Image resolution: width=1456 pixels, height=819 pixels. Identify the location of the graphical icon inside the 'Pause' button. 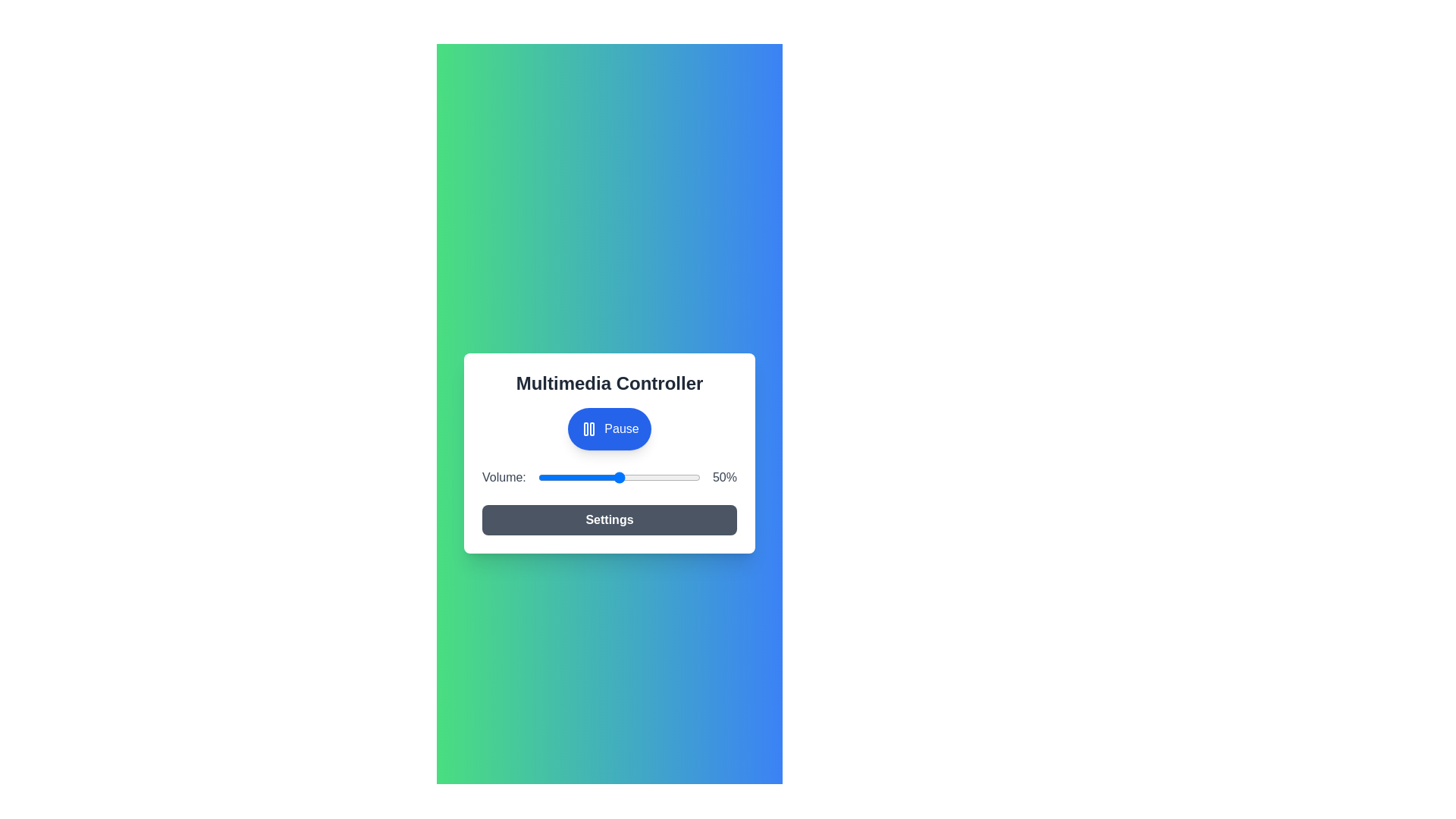
(588, 429).